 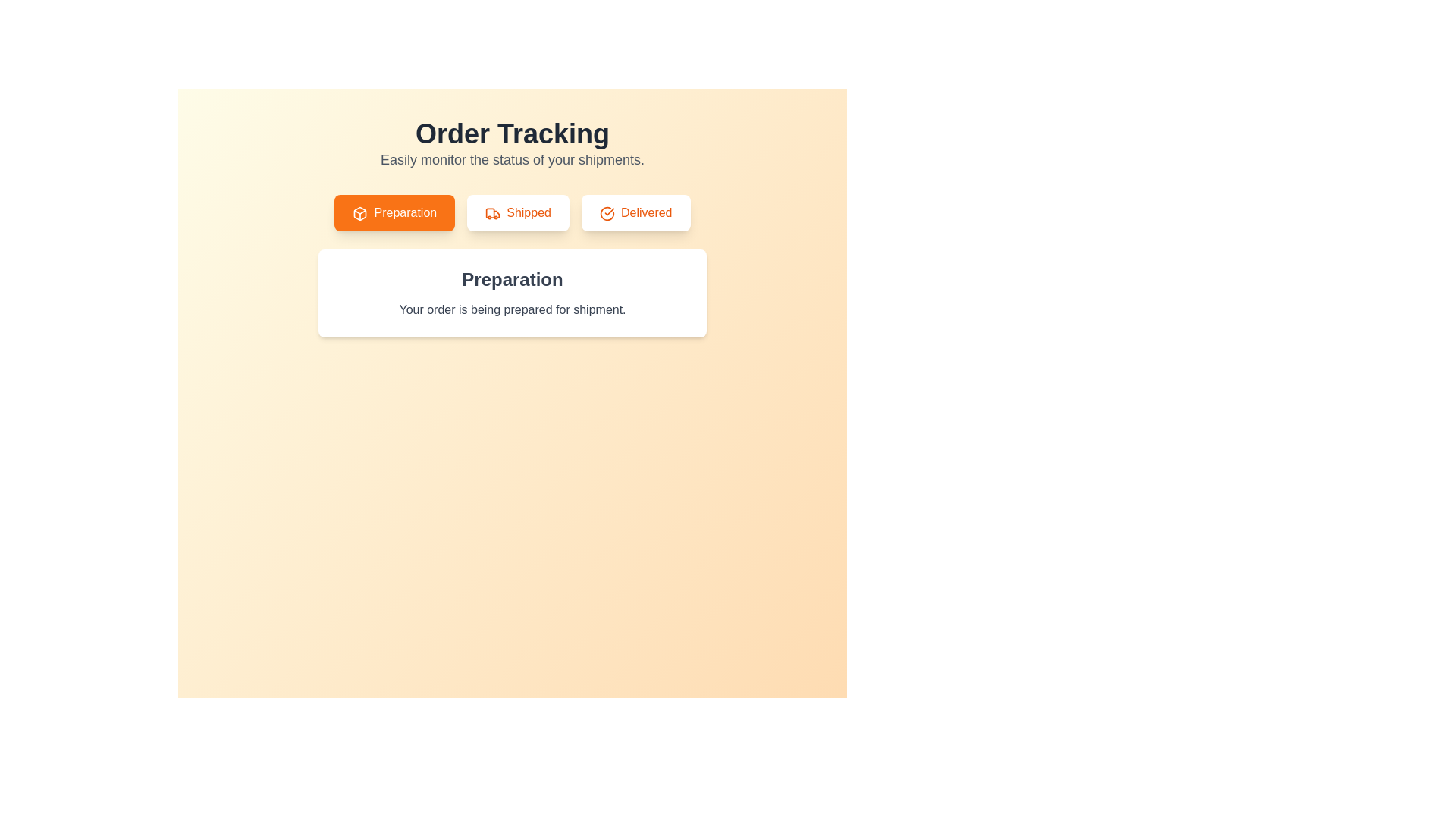 I want to click on the Shipped tab to view its content, so click(x=518, y=213).